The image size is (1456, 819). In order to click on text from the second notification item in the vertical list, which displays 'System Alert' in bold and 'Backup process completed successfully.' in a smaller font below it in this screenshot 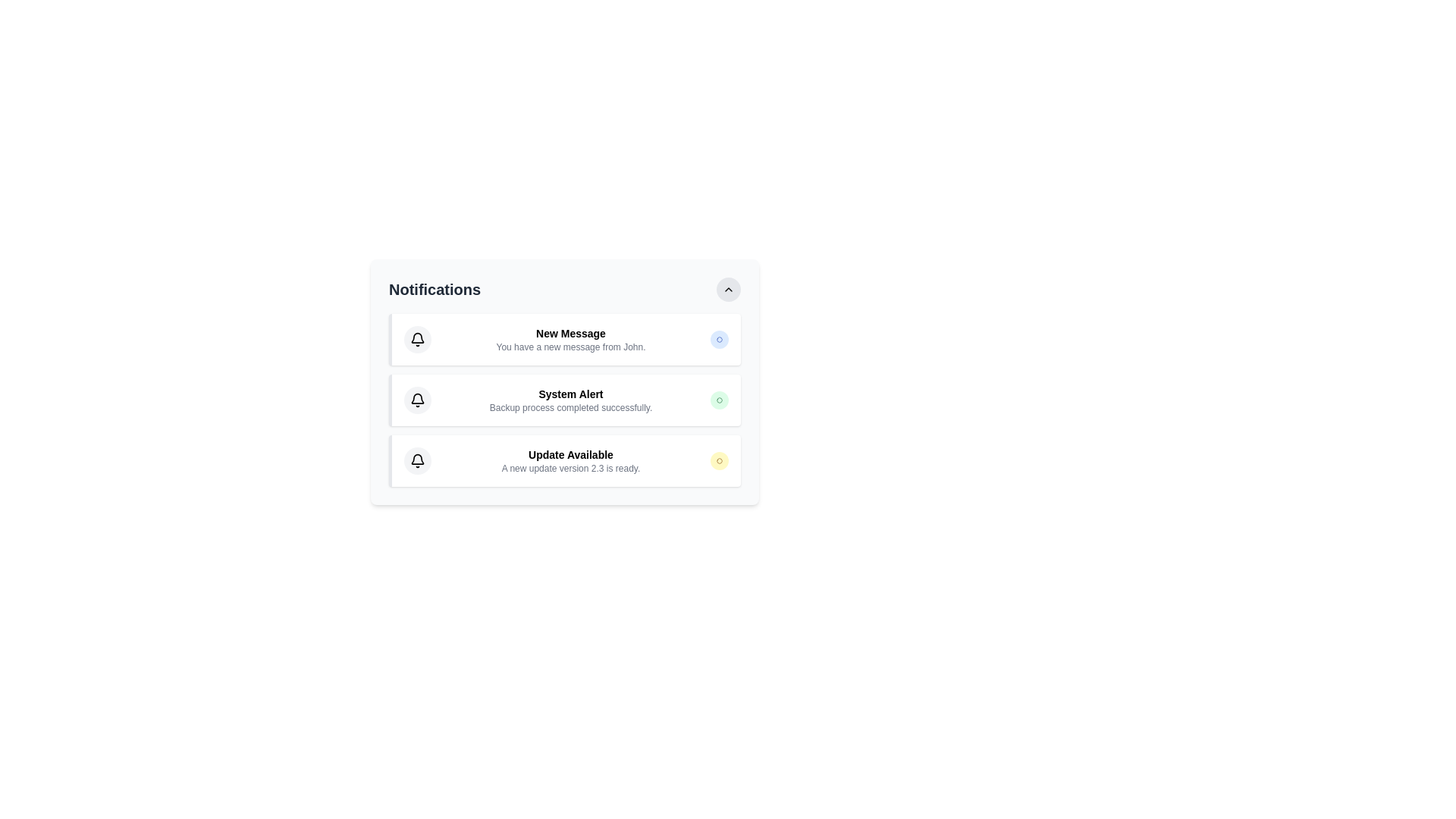, I will do `click(570, 400)`.